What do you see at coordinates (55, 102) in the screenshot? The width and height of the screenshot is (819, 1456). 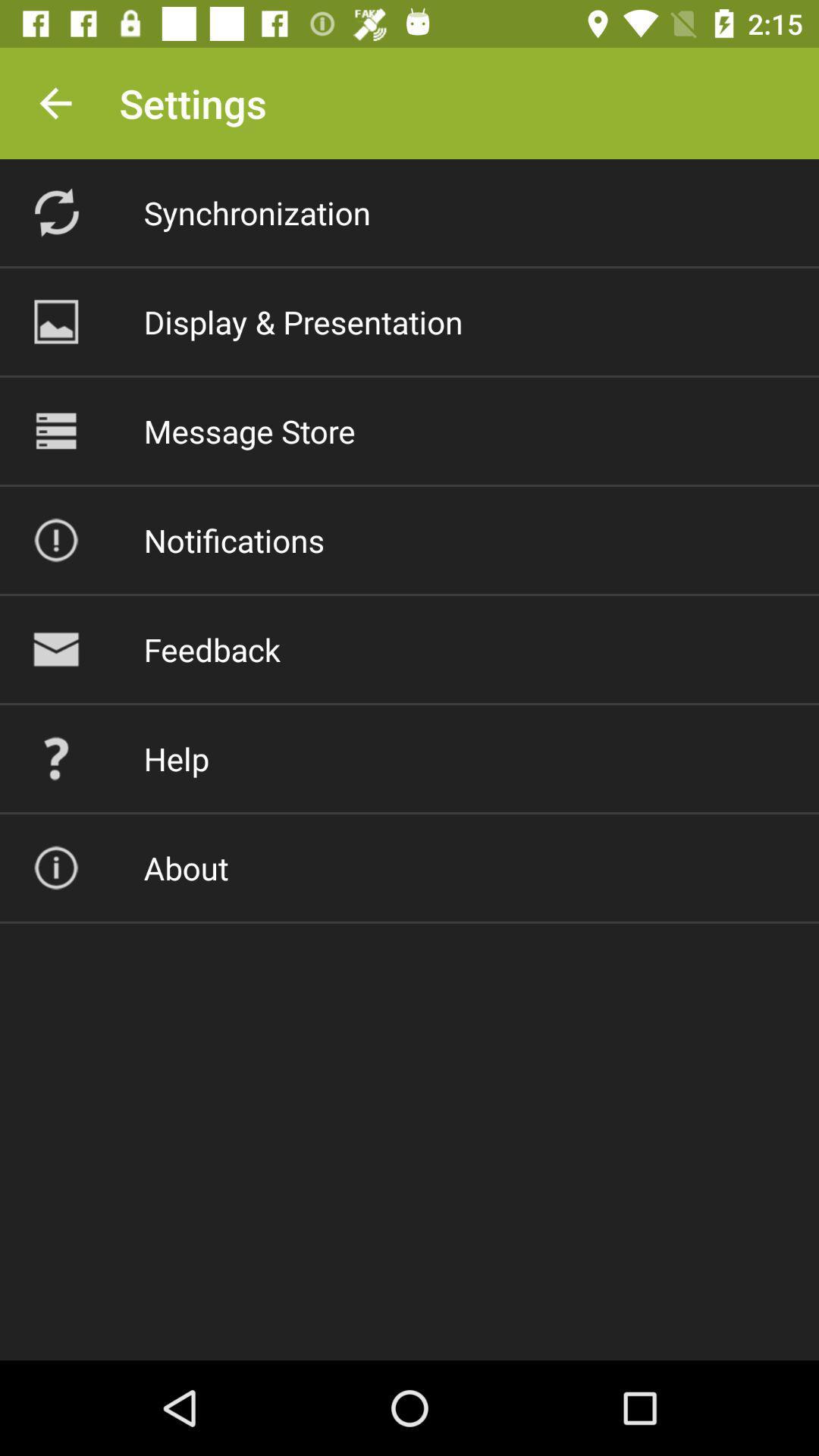 I see `the icon next to settings icon` at bounding box center [55, 102].